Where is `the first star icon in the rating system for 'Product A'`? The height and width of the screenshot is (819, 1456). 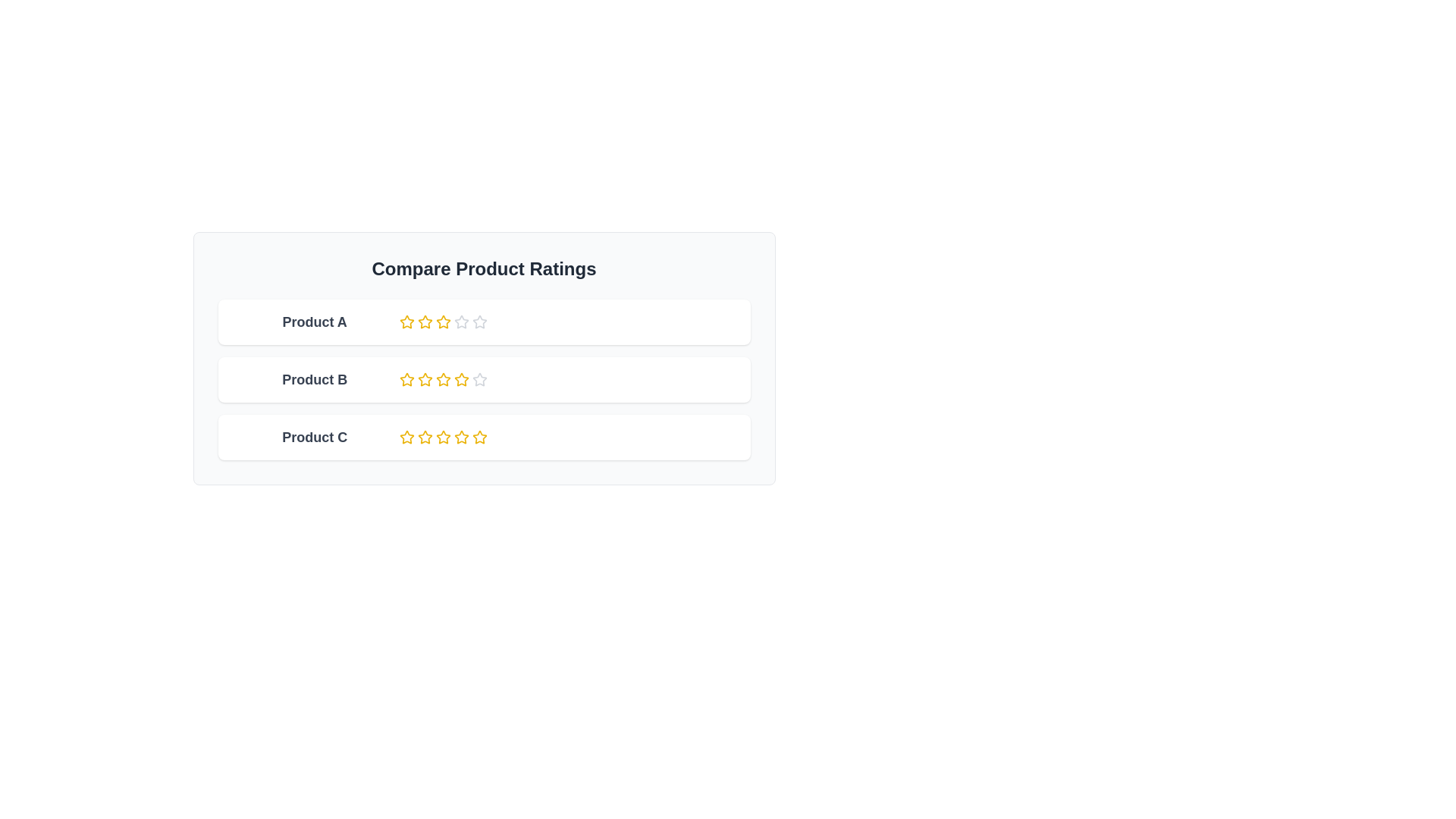
the first star icon in the rating system for 'Product A' is located at coordinates (406, 321).